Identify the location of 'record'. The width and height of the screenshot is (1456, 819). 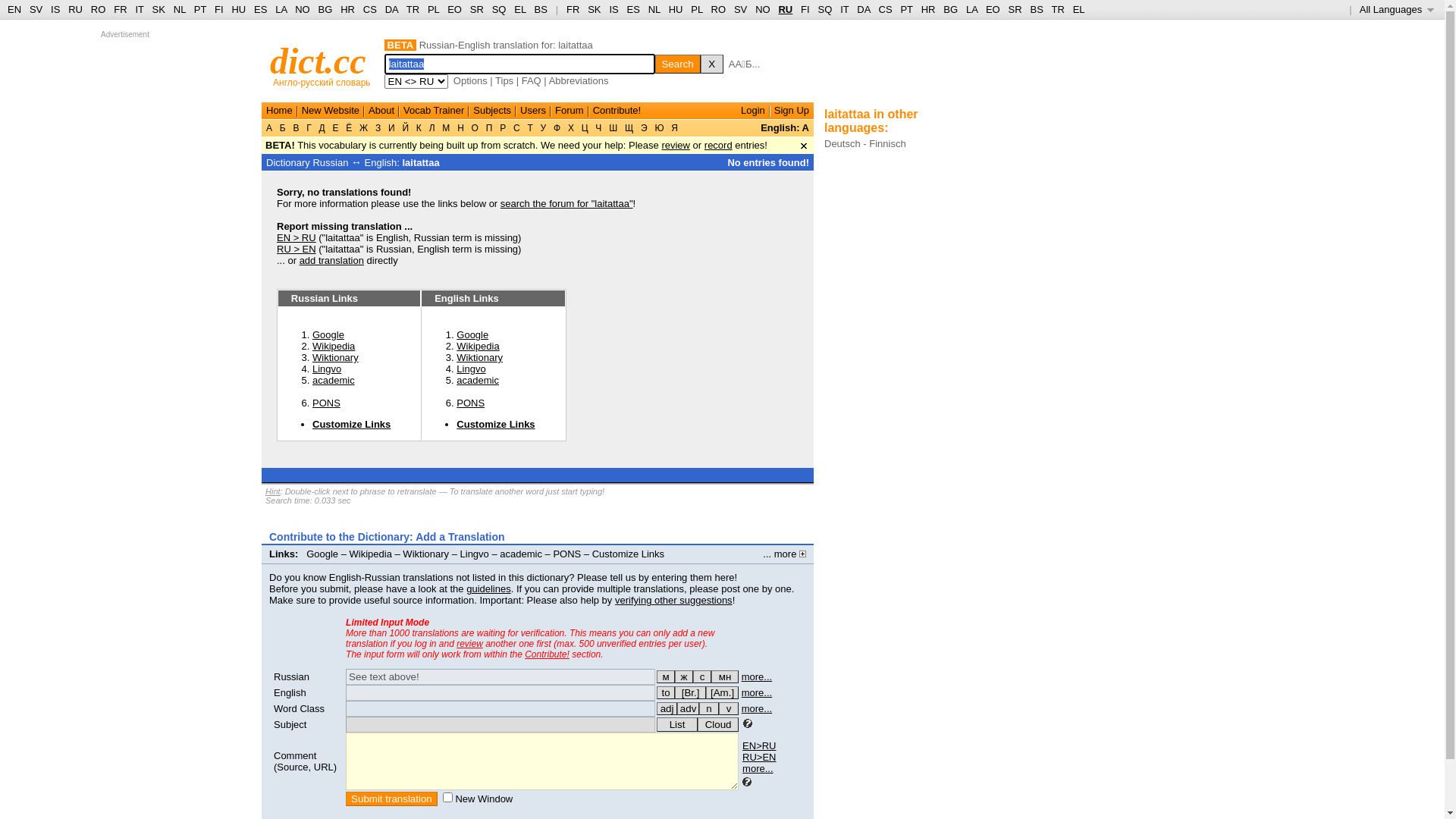
(704, 145).